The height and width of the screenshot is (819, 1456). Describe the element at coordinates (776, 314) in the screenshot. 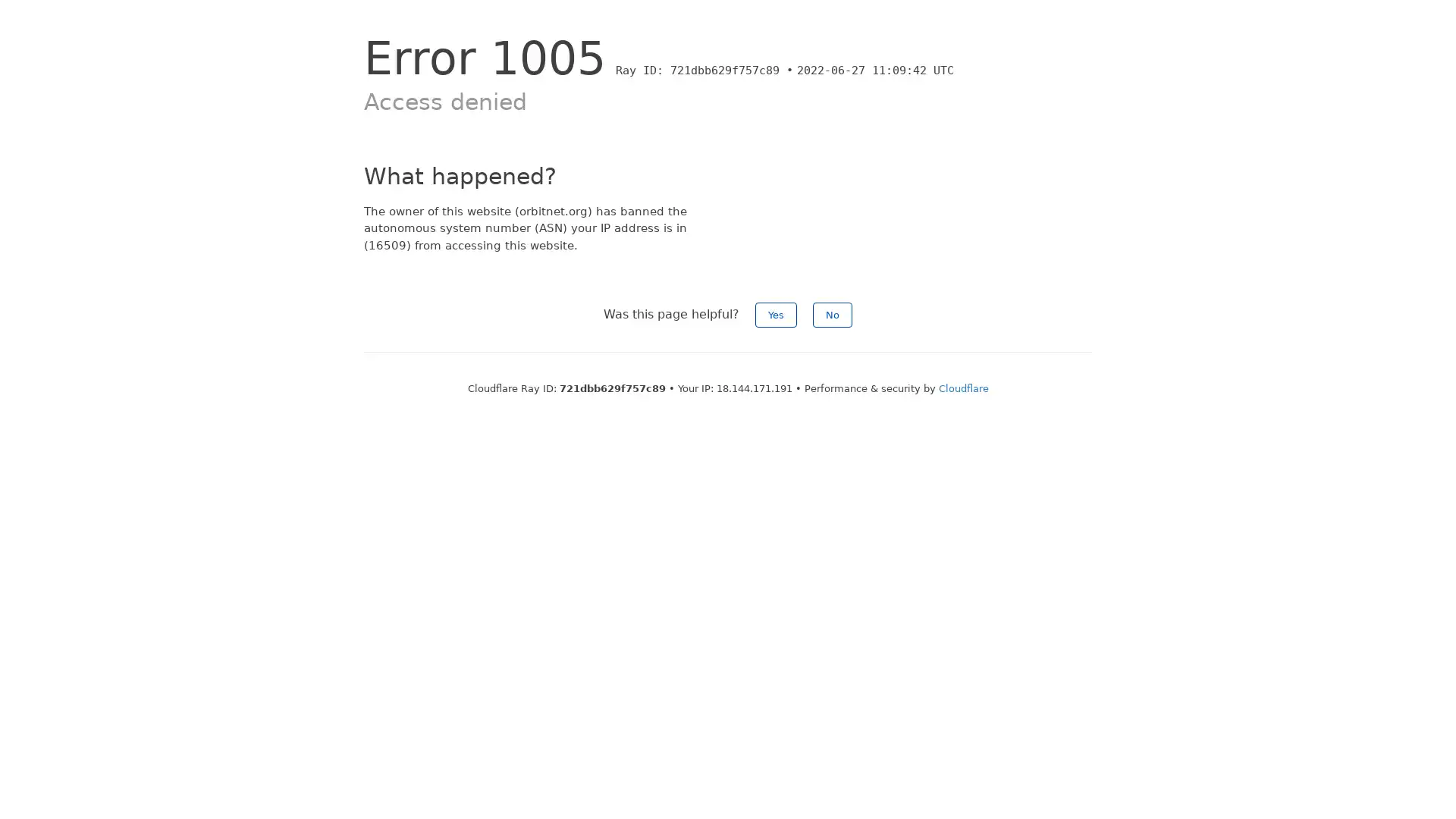

I see `Yes` at that location.